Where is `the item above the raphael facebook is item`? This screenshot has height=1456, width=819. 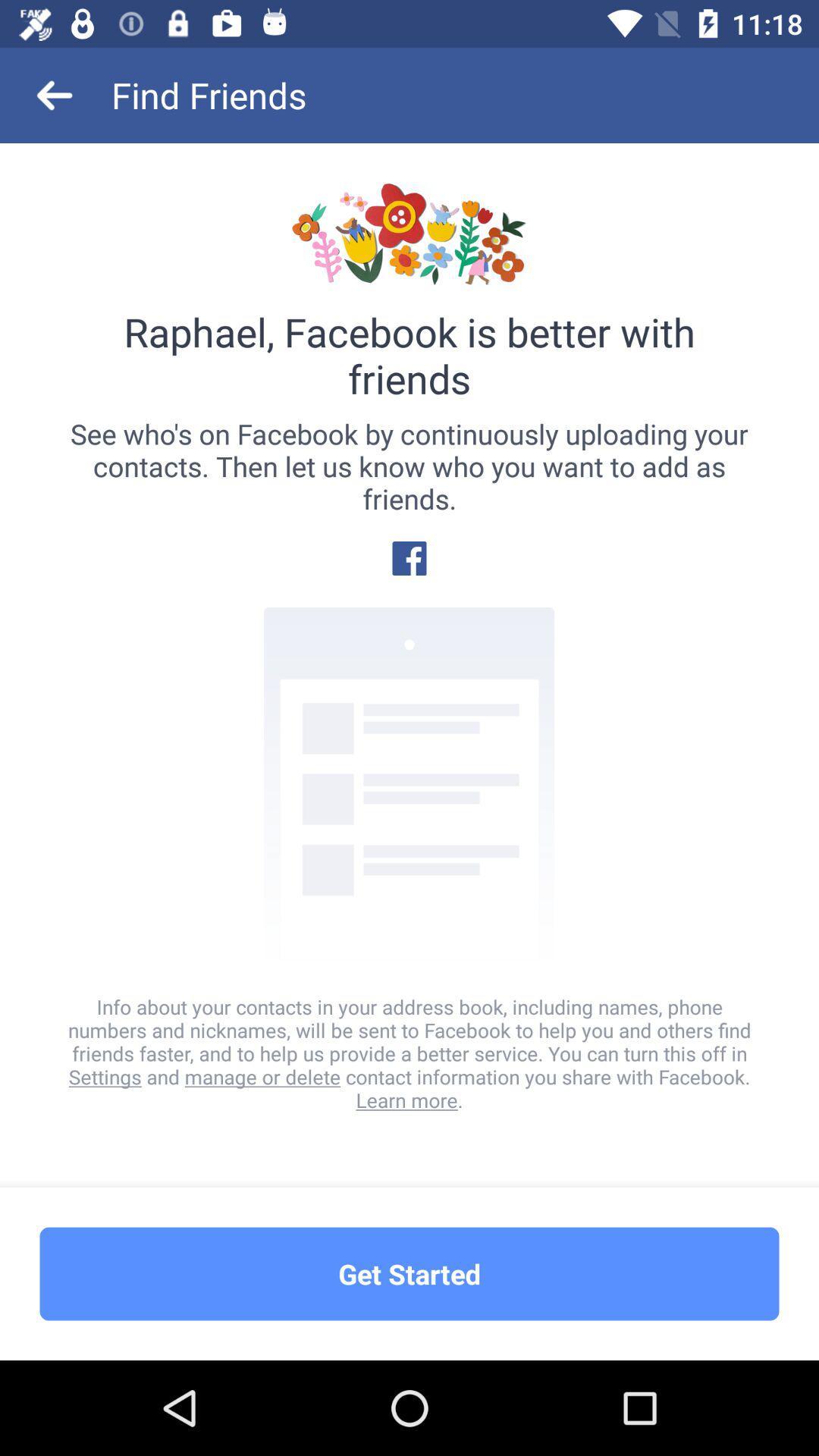
the item above the raphael facebook is item is located at coordinates (55, 94).